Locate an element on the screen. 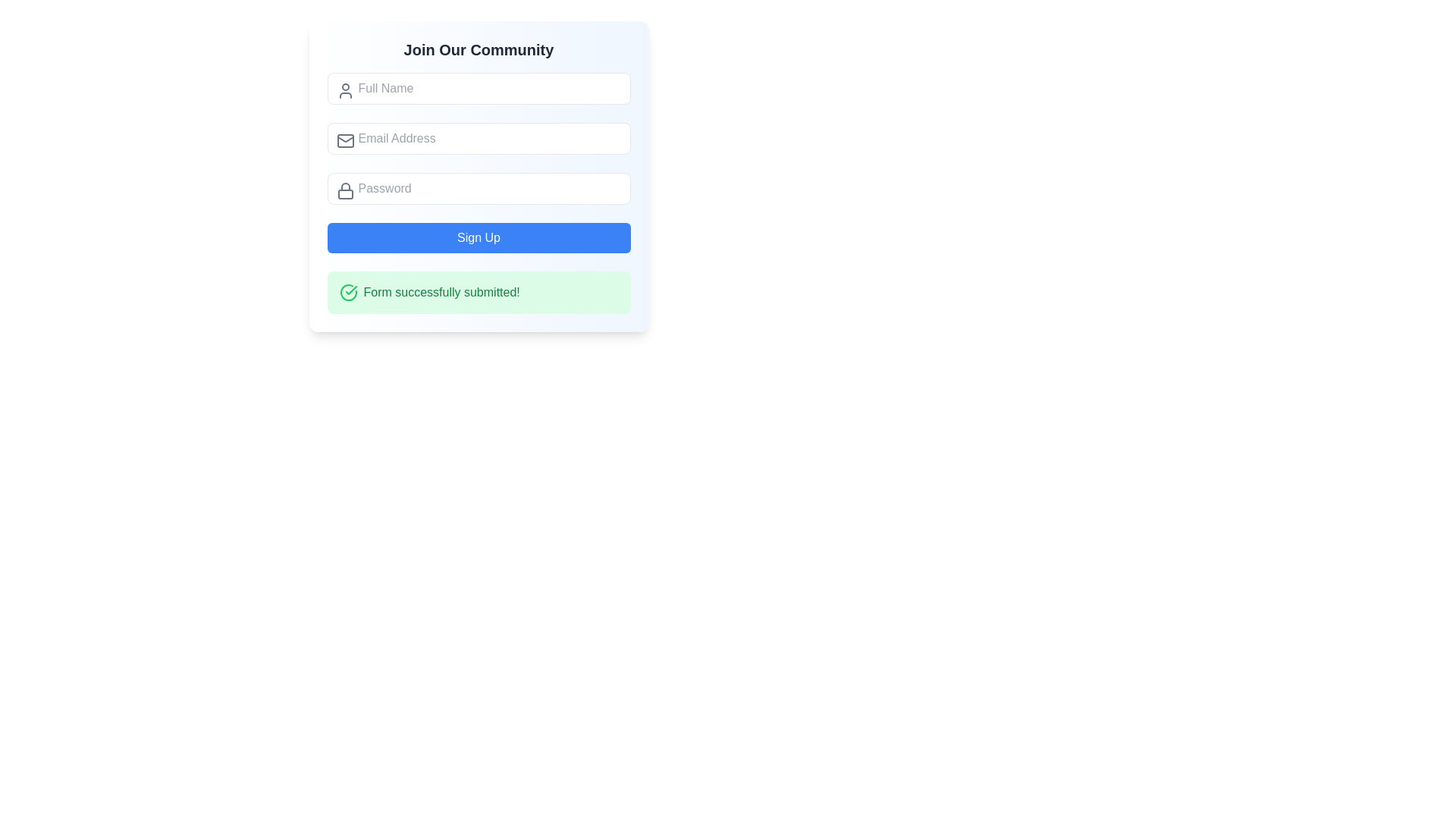 The width and height of the screenshot is (1456, 819). the Password input field to focus, which is the third input field in the form layout, located below the Email Address input field is located at coordinates (478, 188).